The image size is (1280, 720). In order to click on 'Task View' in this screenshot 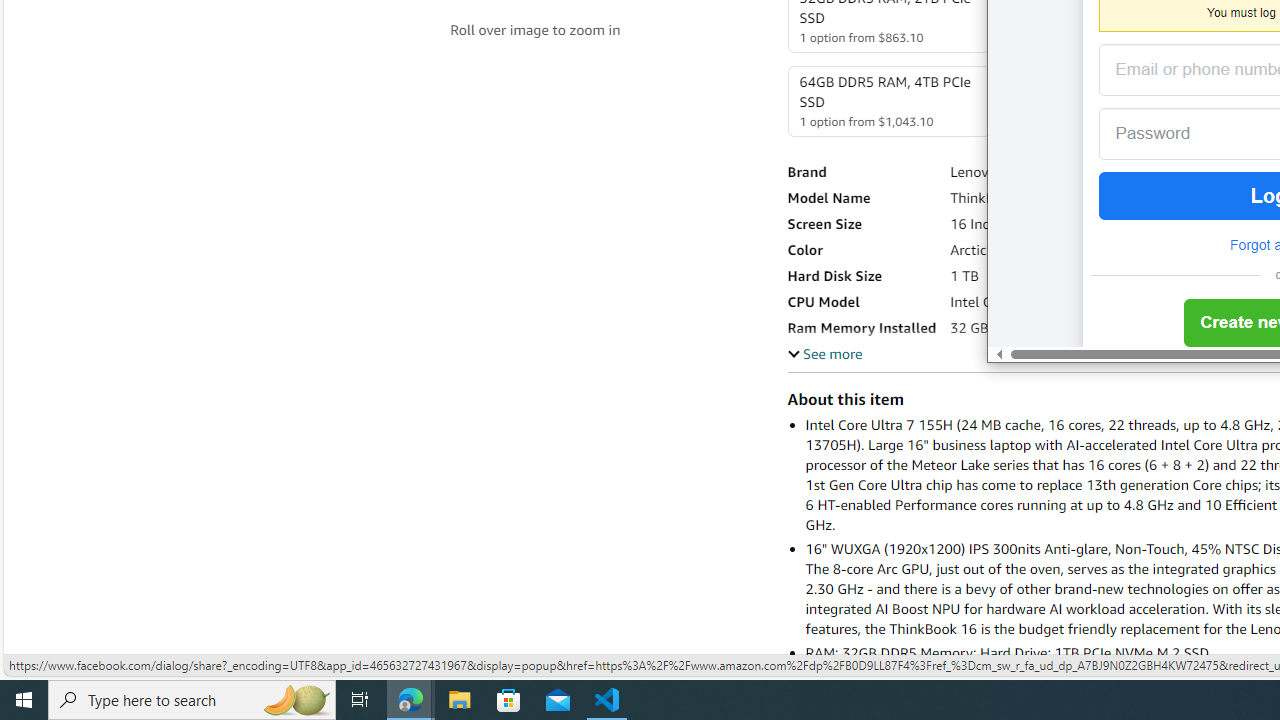, I will do `click(359, 698)`.